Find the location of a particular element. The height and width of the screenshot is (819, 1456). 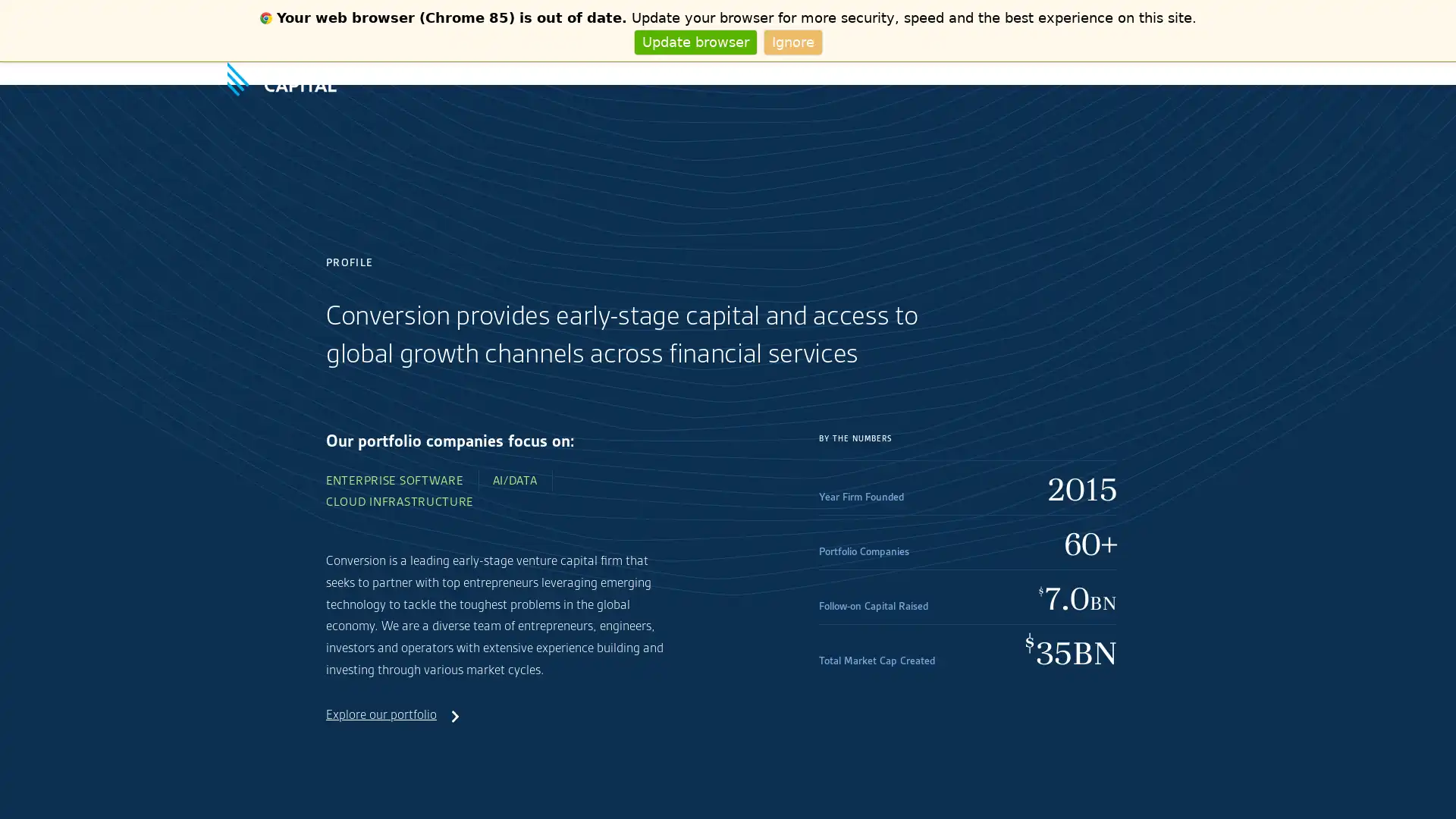

MENU is located at coordinates (1216, 73).